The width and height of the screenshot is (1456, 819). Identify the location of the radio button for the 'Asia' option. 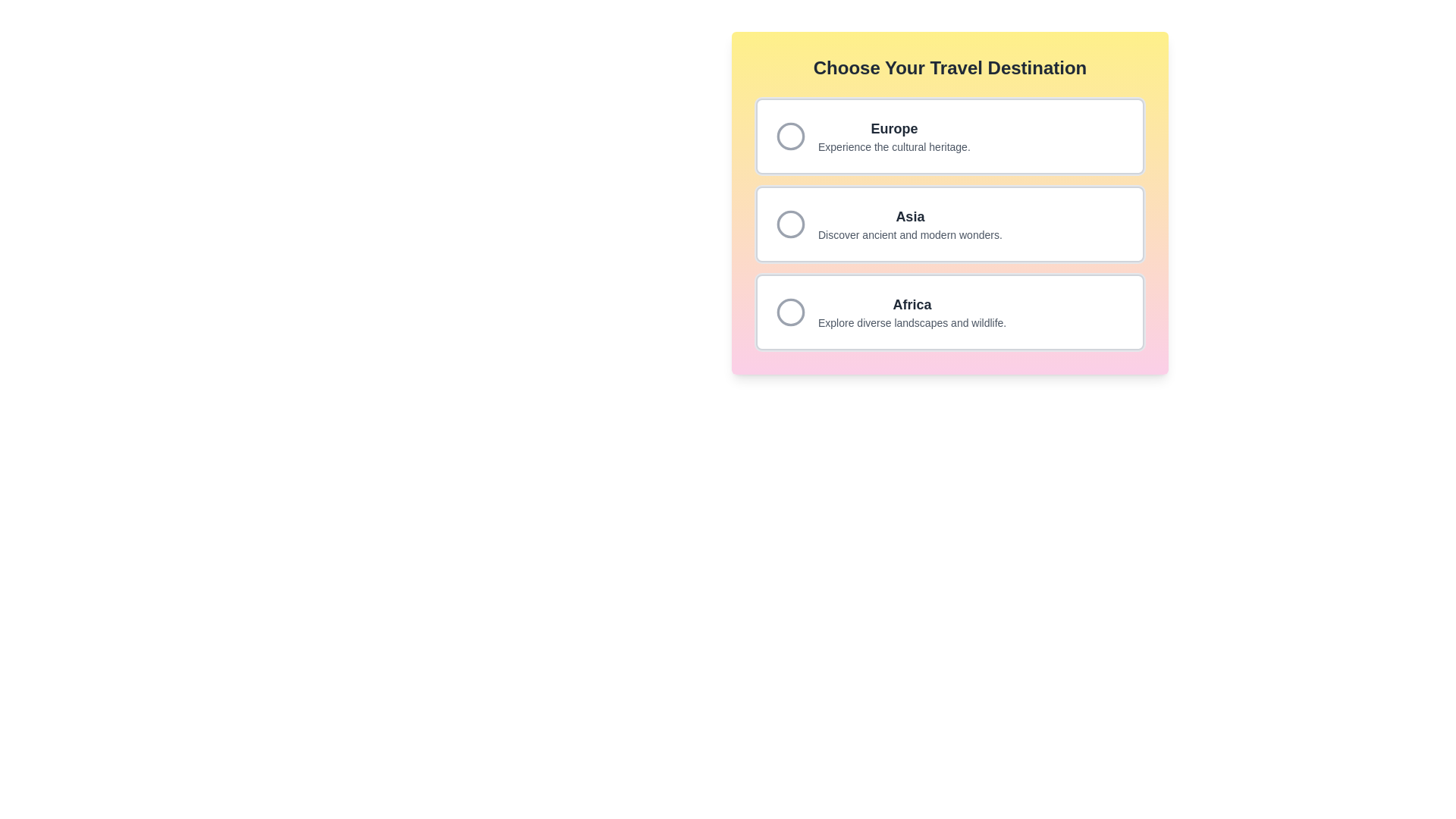
(789, 224).